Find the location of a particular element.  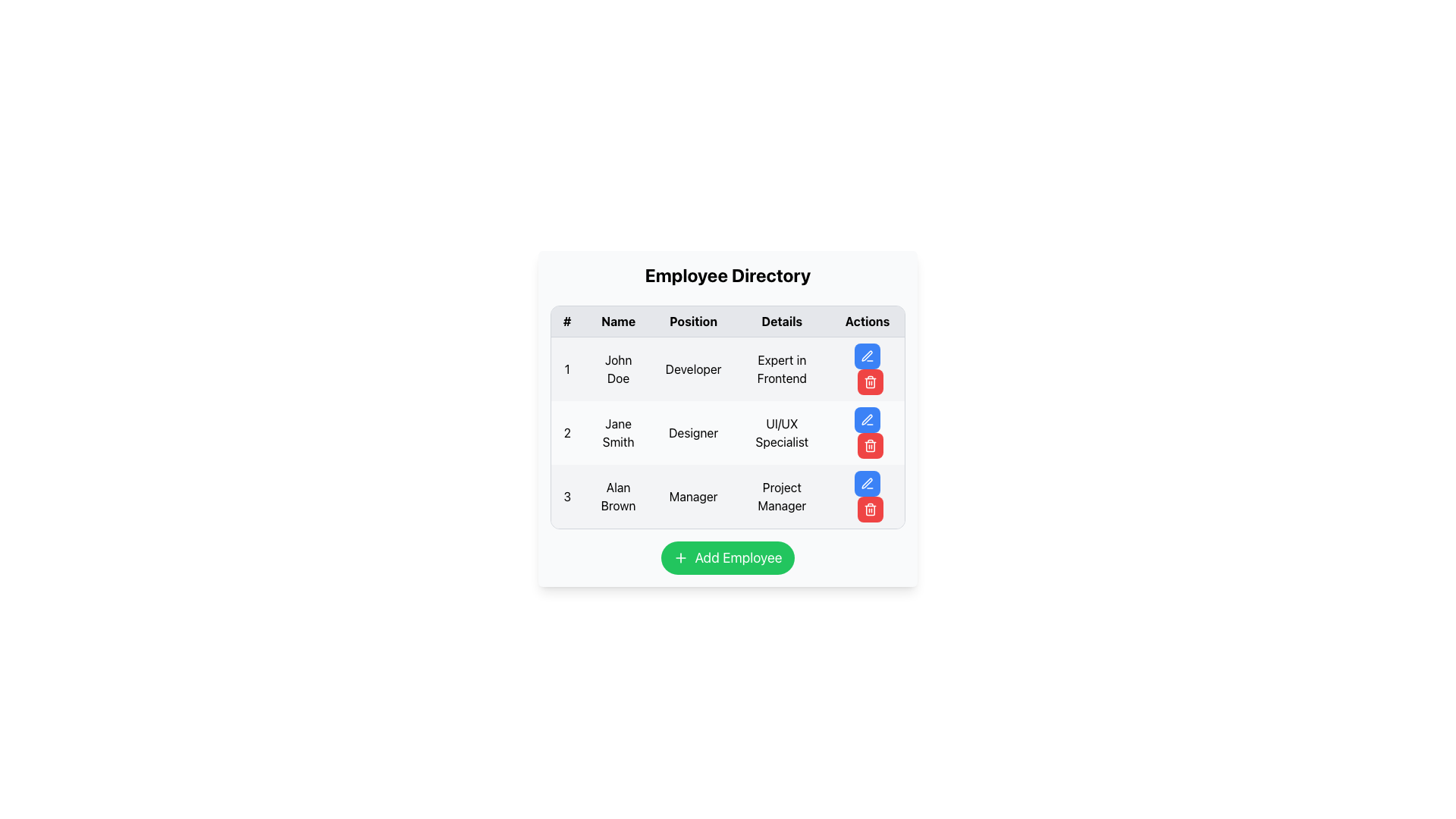

the header text for the 'Name' column in the table, which is located in the second column of the header row, between the '#' column and the 'Position' column is located at coordinates (618, 321).